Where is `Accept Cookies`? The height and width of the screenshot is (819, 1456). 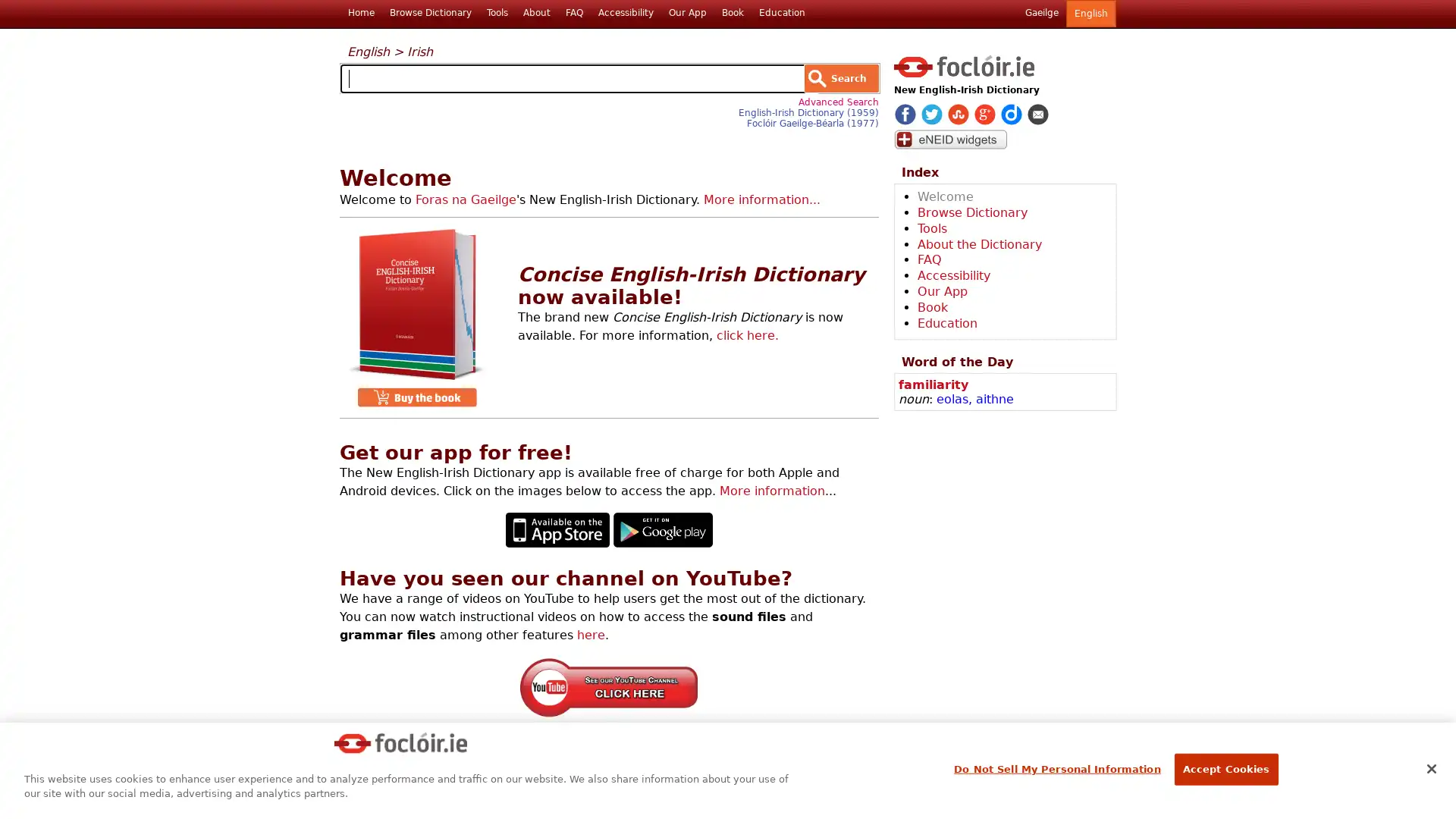
Accept Cookies is located at coordinates (1225, 769).